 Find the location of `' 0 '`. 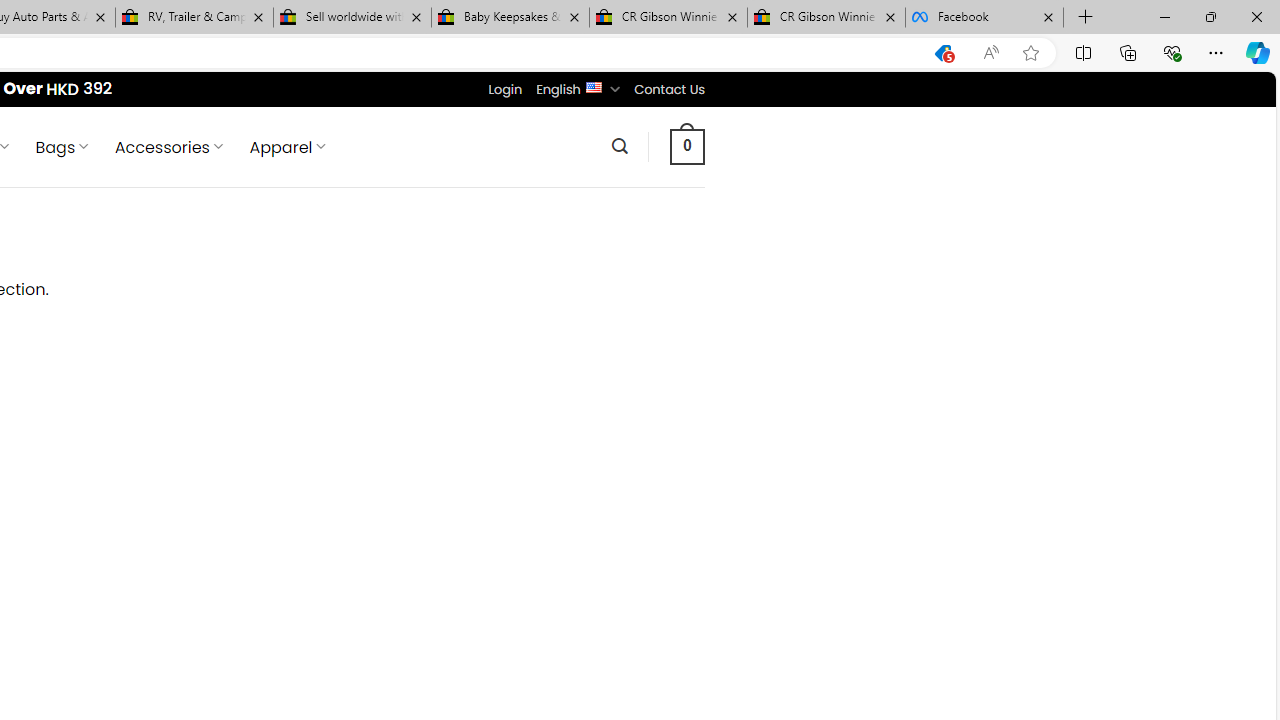

' 0 ' is located at coordinates (688, 145).